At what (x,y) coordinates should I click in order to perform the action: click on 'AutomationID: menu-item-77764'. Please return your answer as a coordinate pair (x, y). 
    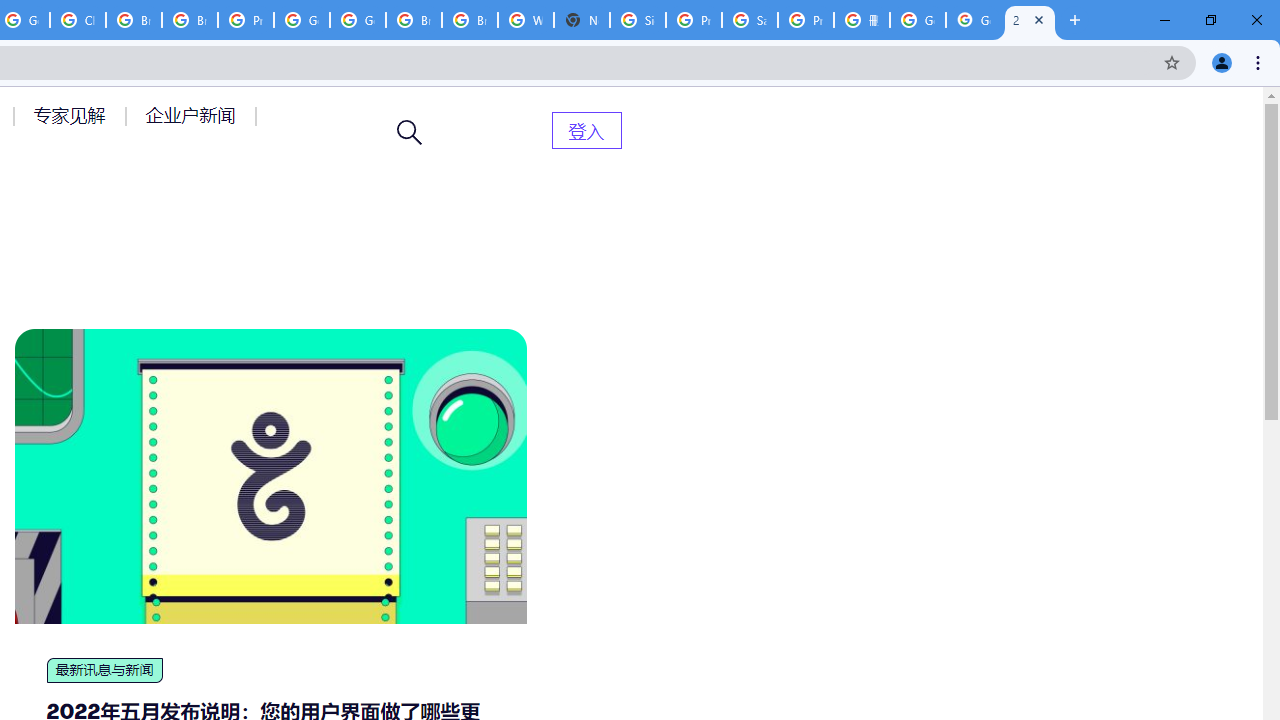
    Looking at the image, I should click on (72, 115).